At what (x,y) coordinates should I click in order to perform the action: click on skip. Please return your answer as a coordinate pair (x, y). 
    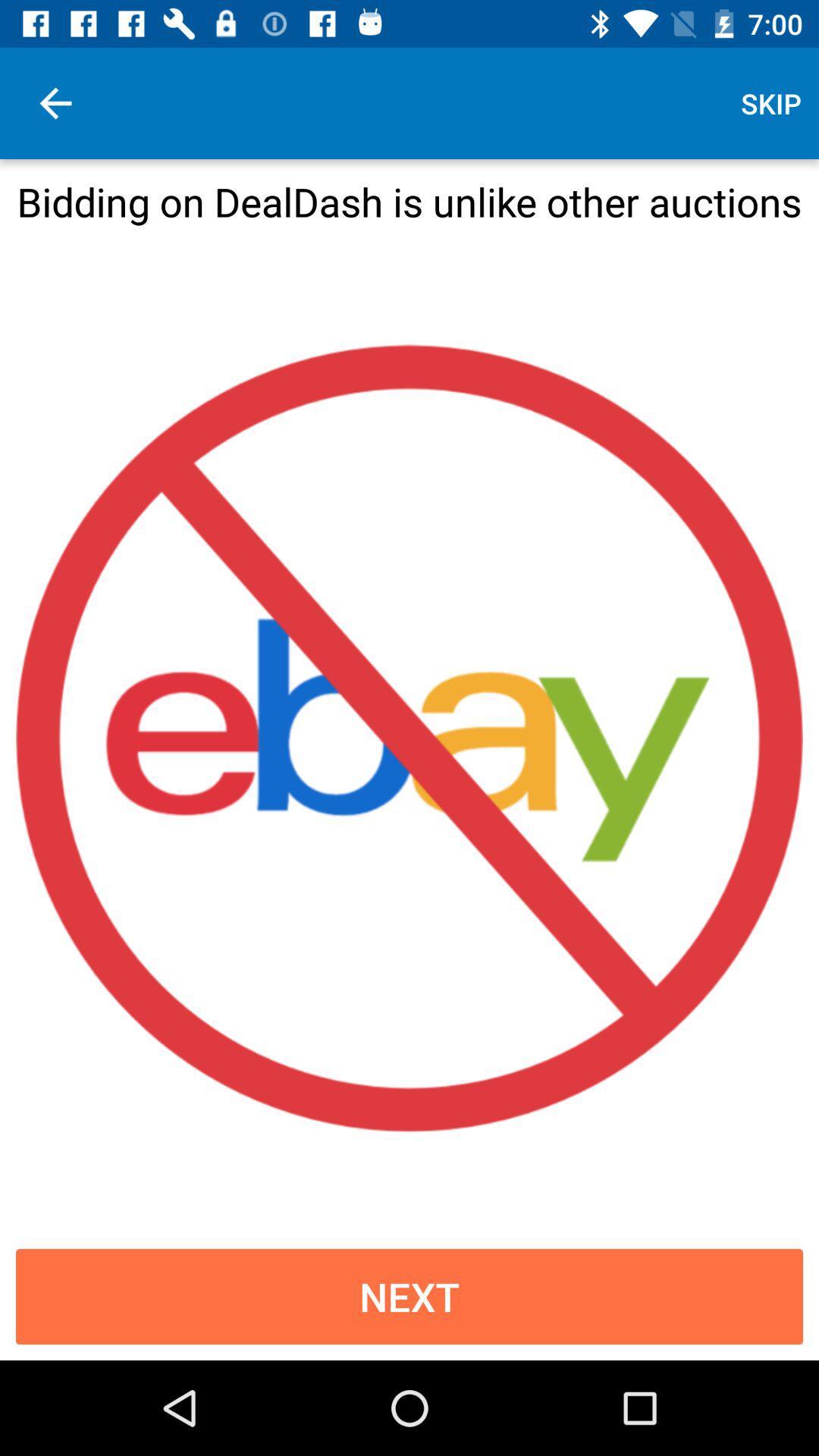
    Looking at the image, I should click on (771, 102).